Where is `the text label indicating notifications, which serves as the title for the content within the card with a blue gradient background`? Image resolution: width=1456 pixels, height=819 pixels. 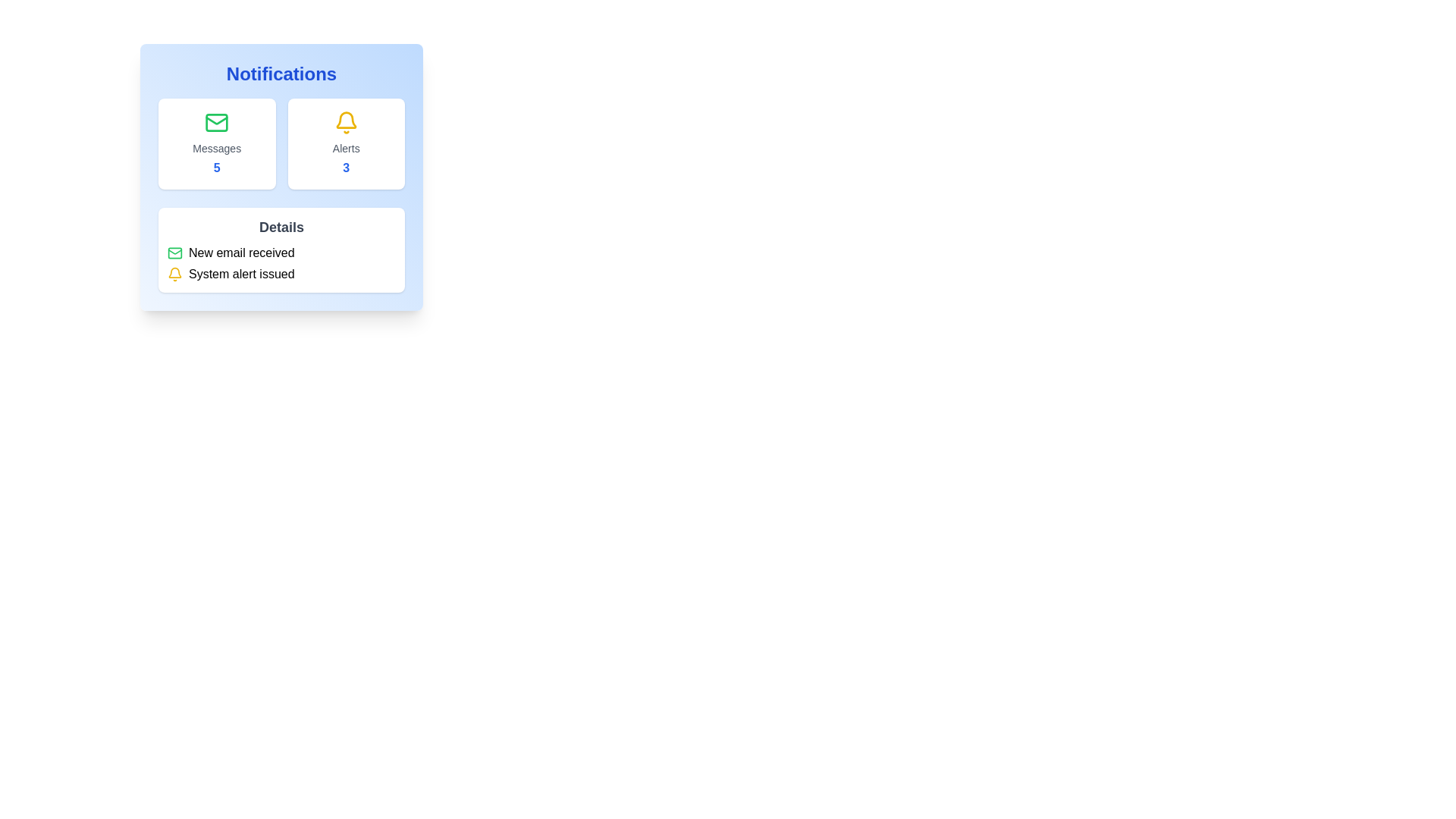 the text label indicating notifications, which serves as the title for the content within the card with a blue gradient background is located at coordinates (281, 74).